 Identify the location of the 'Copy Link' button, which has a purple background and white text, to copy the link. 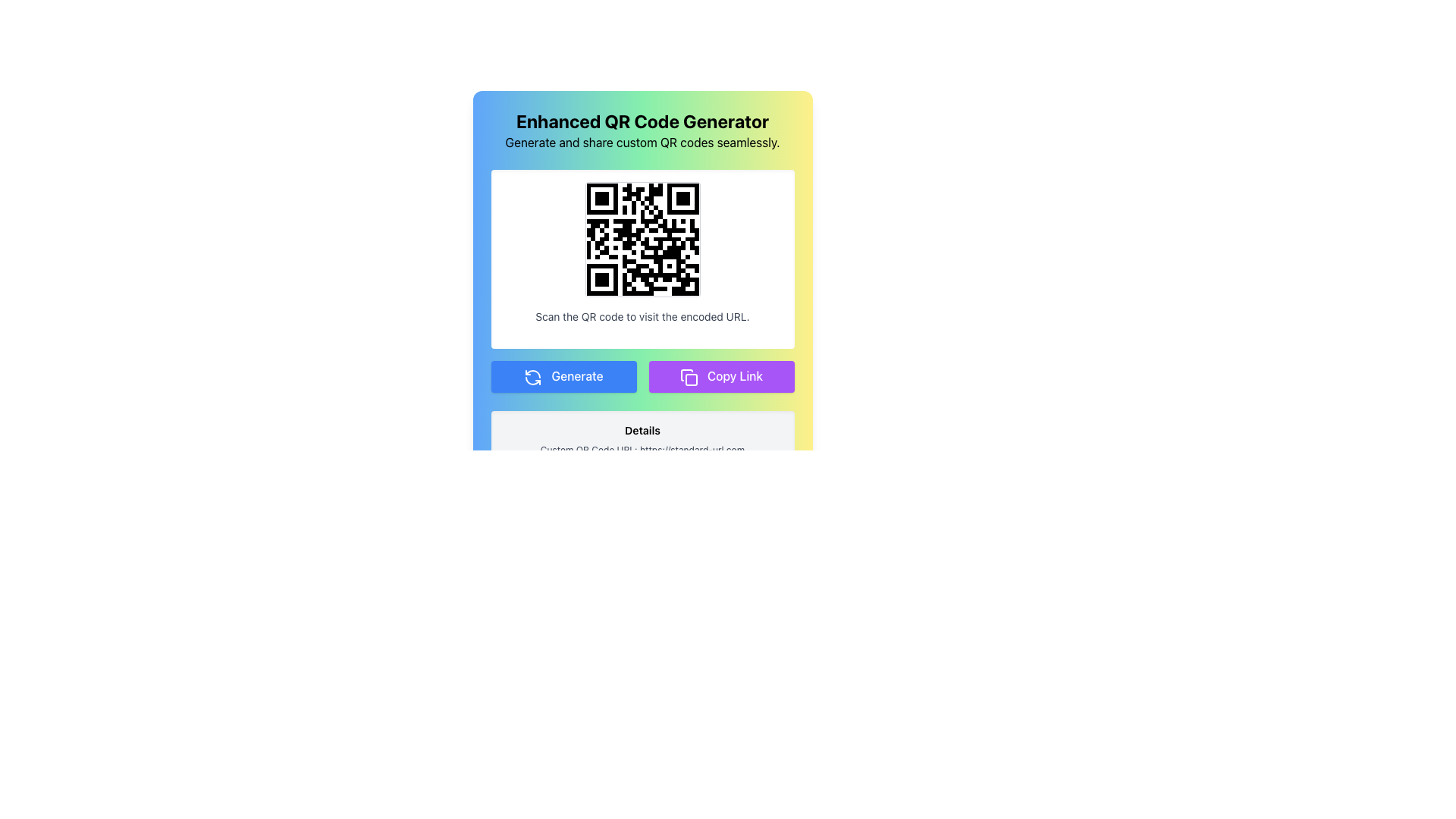
(720, 375).